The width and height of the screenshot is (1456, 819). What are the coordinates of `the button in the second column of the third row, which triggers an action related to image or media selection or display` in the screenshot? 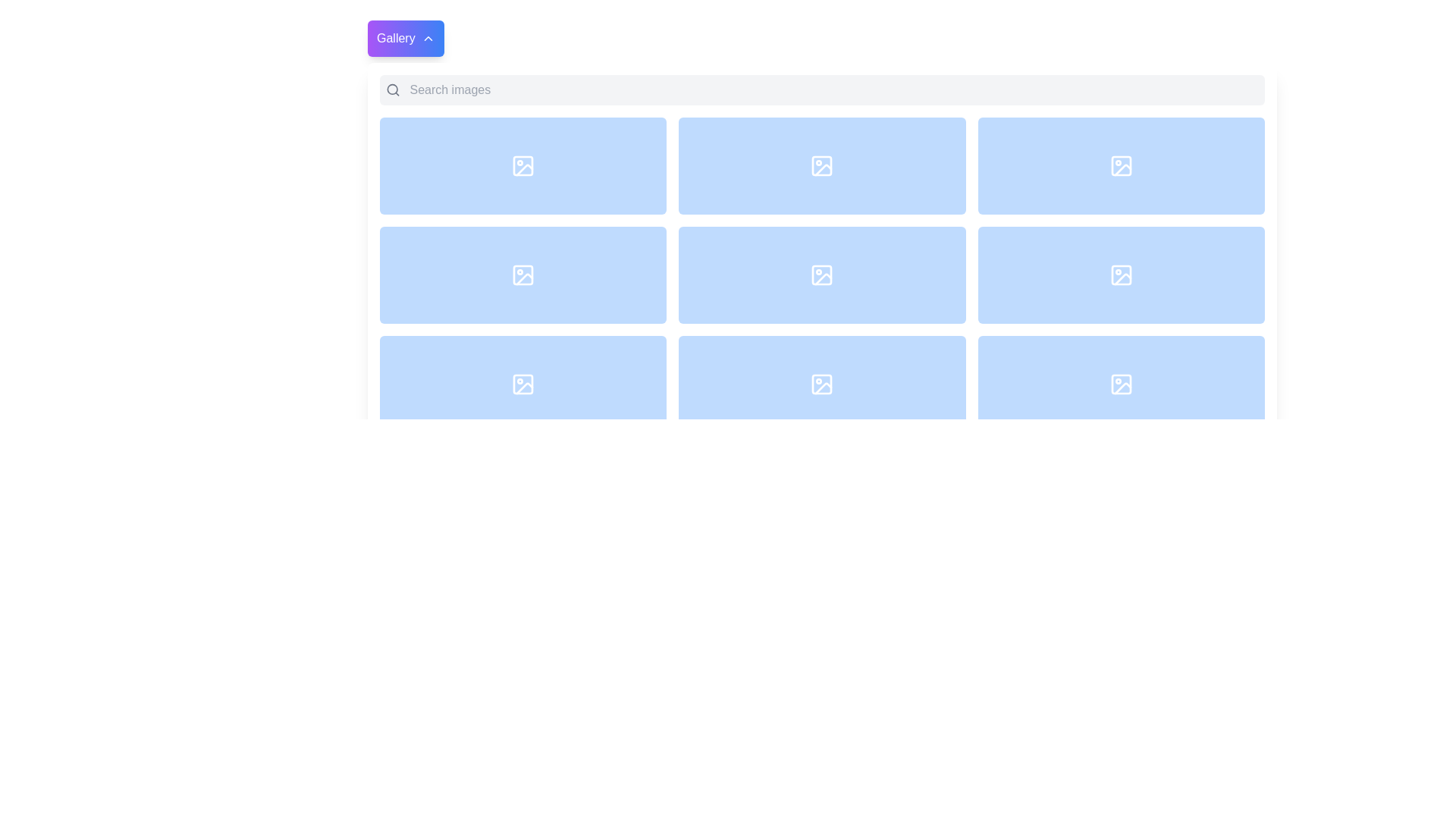 It's located at (821, 383).